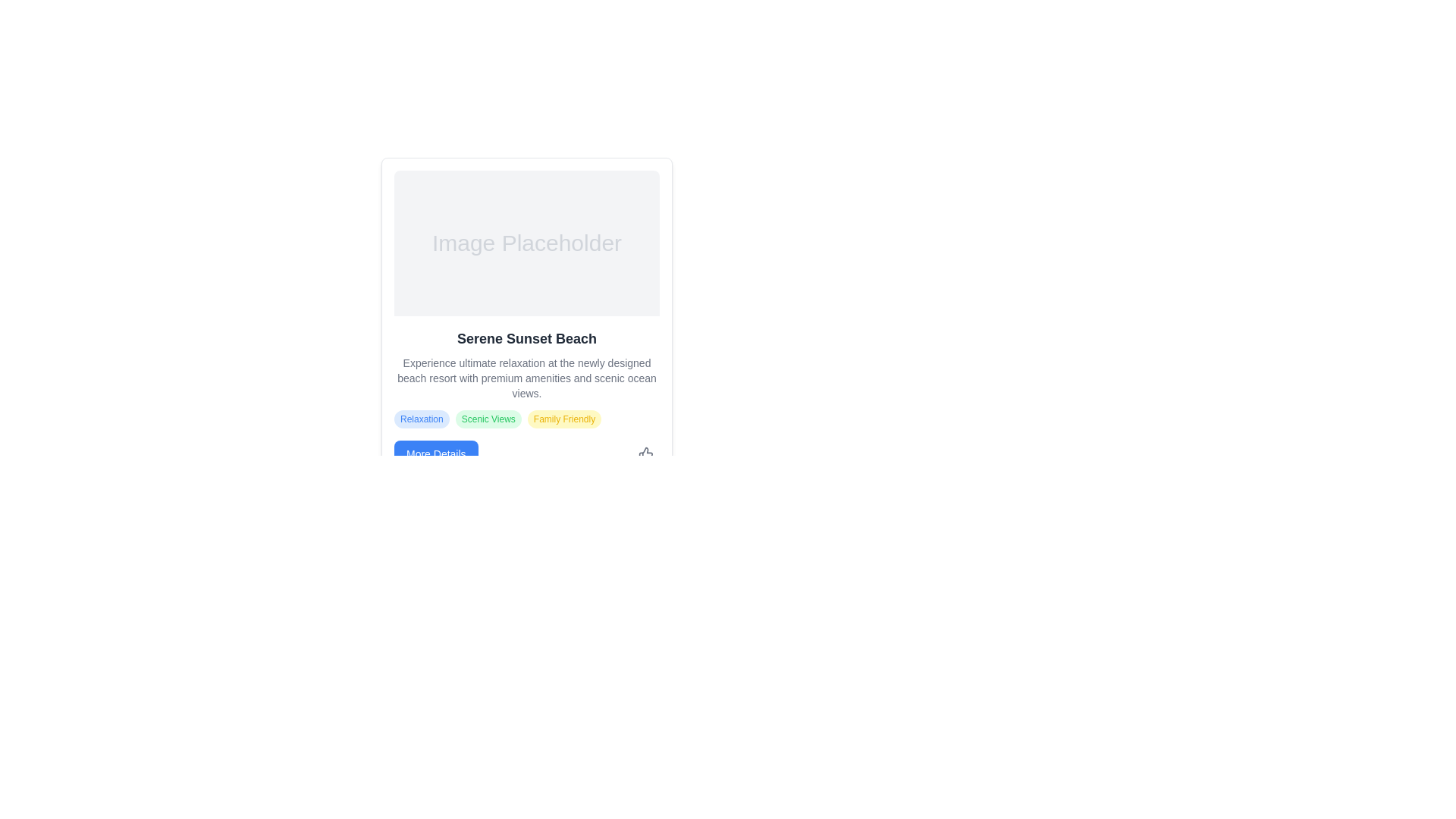 The width and height of the screenshot is (1456, 819). What do you see at coordinates (527, 242) in the screenshot?
I see `the Image placeholder, which is a rectangular element with rounded edges and a light gray background containing the text 'Image Placeholder'` at bounding box center [527, 242].